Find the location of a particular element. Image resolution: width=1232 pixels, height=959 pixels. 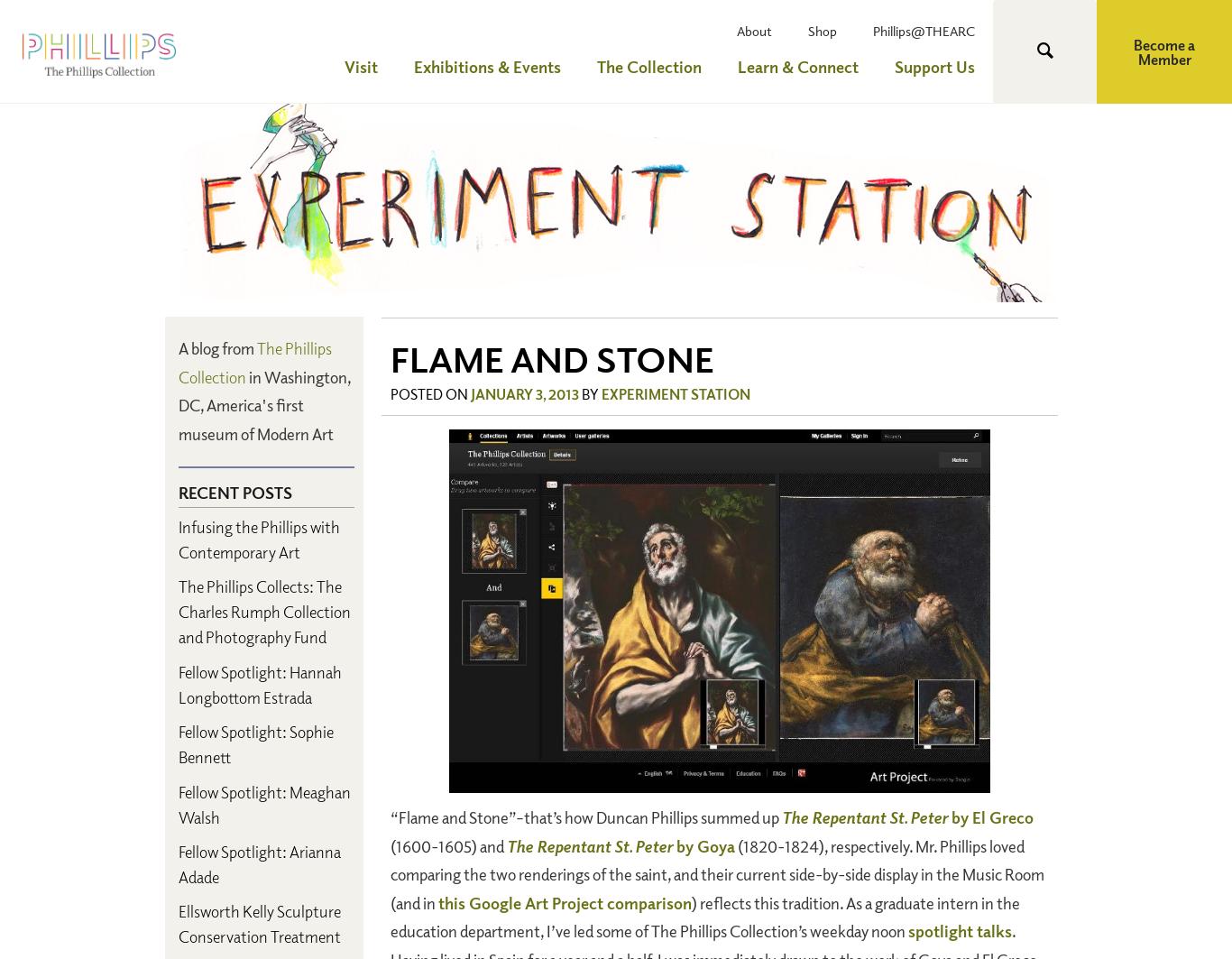

'About' is located at coordinates (736, 31).